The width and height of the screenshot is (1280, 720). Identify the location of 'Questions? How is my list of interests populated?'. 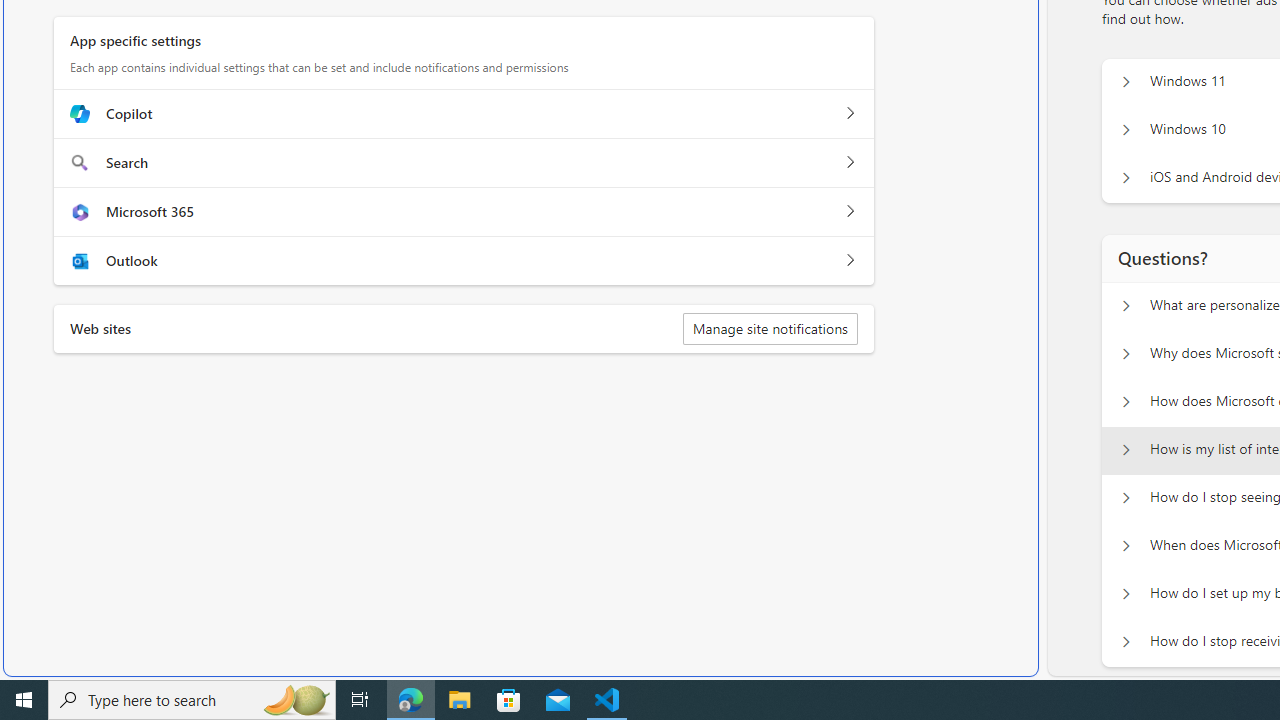
(1125, 450).